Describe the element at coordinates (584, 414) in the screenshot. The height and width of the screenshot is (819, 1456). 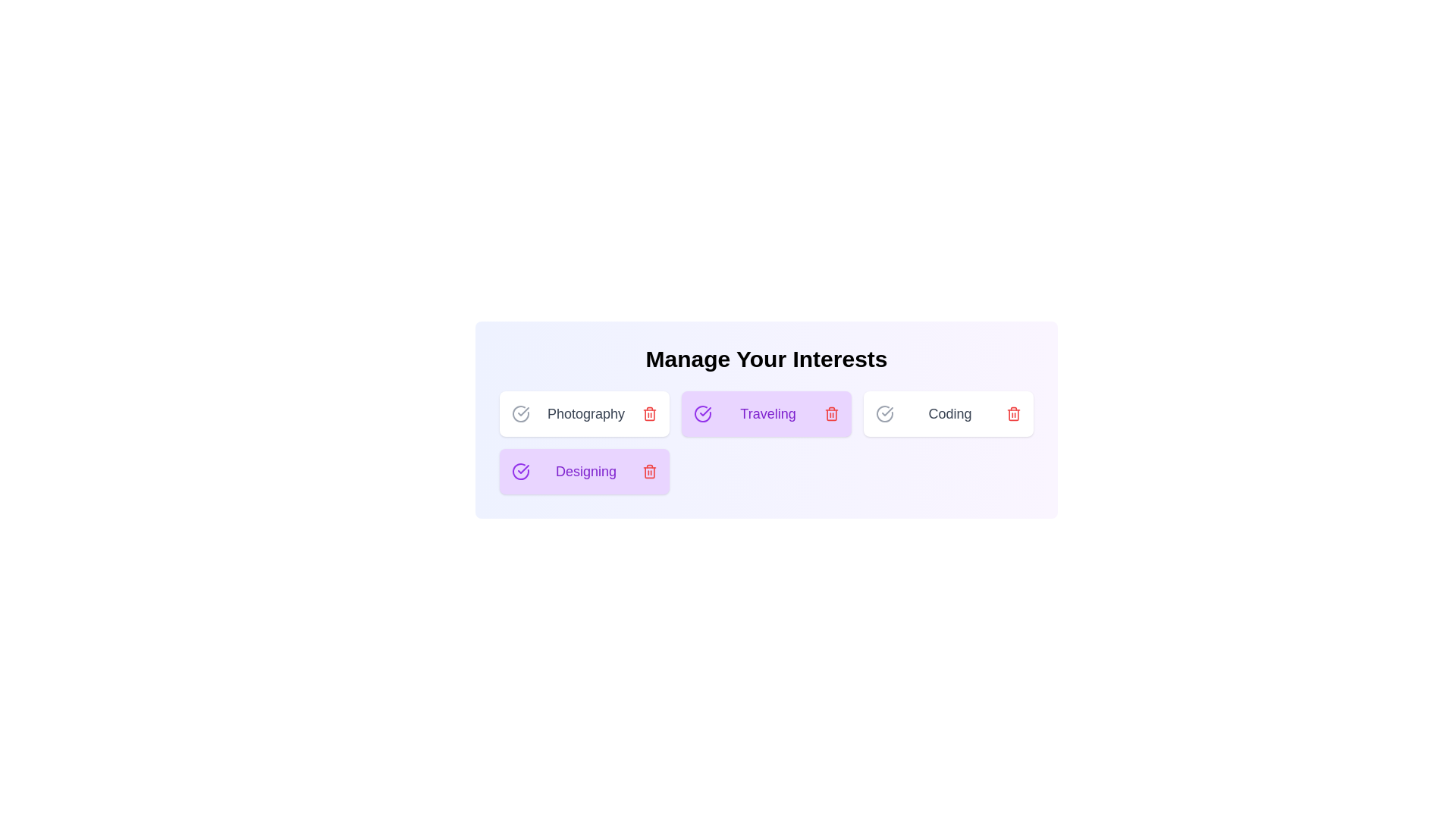
I see `the chip labeled Photography` at that location.